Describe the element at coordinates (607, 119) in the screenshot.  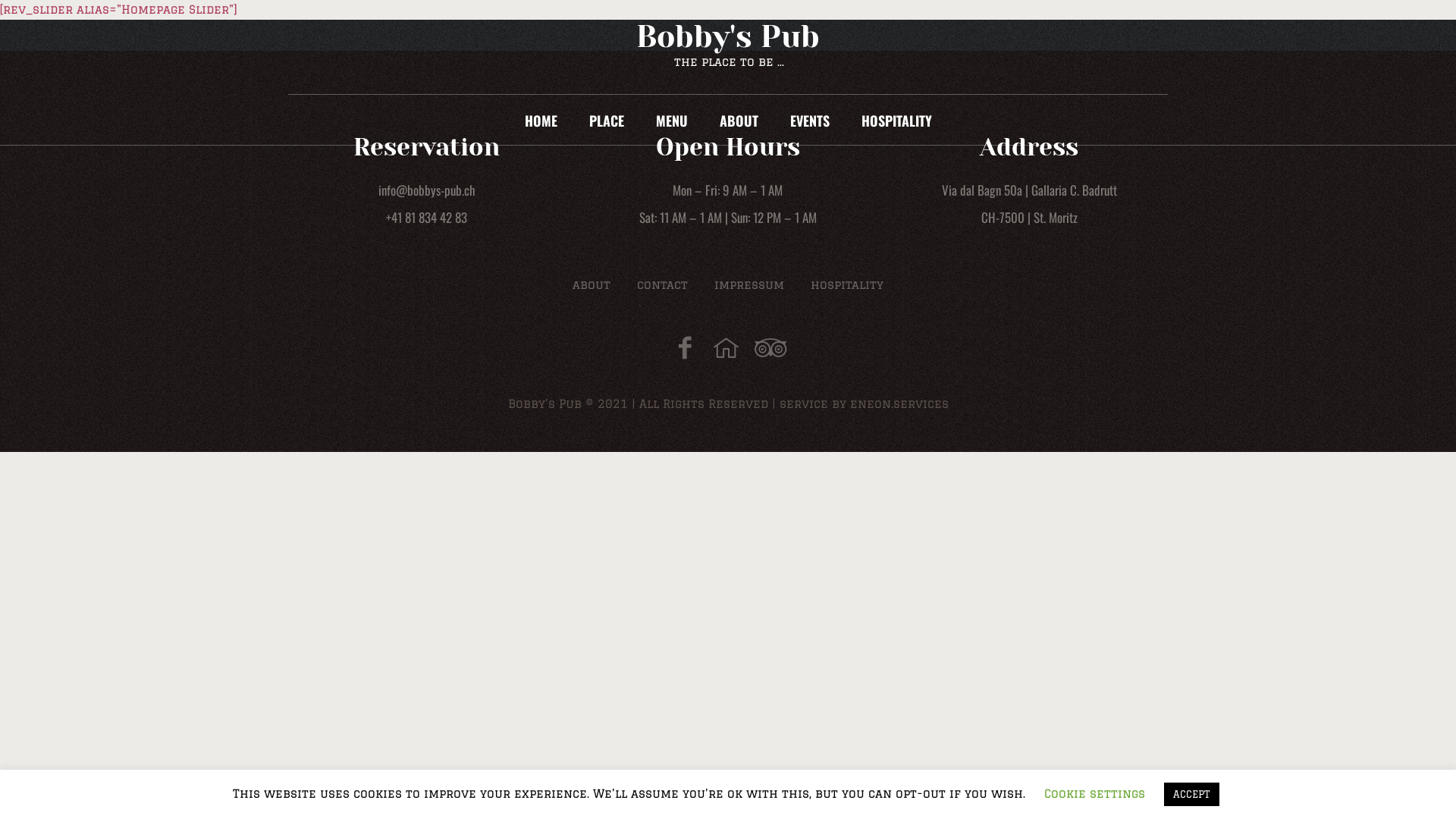
I see `'PLACE'` at that location.